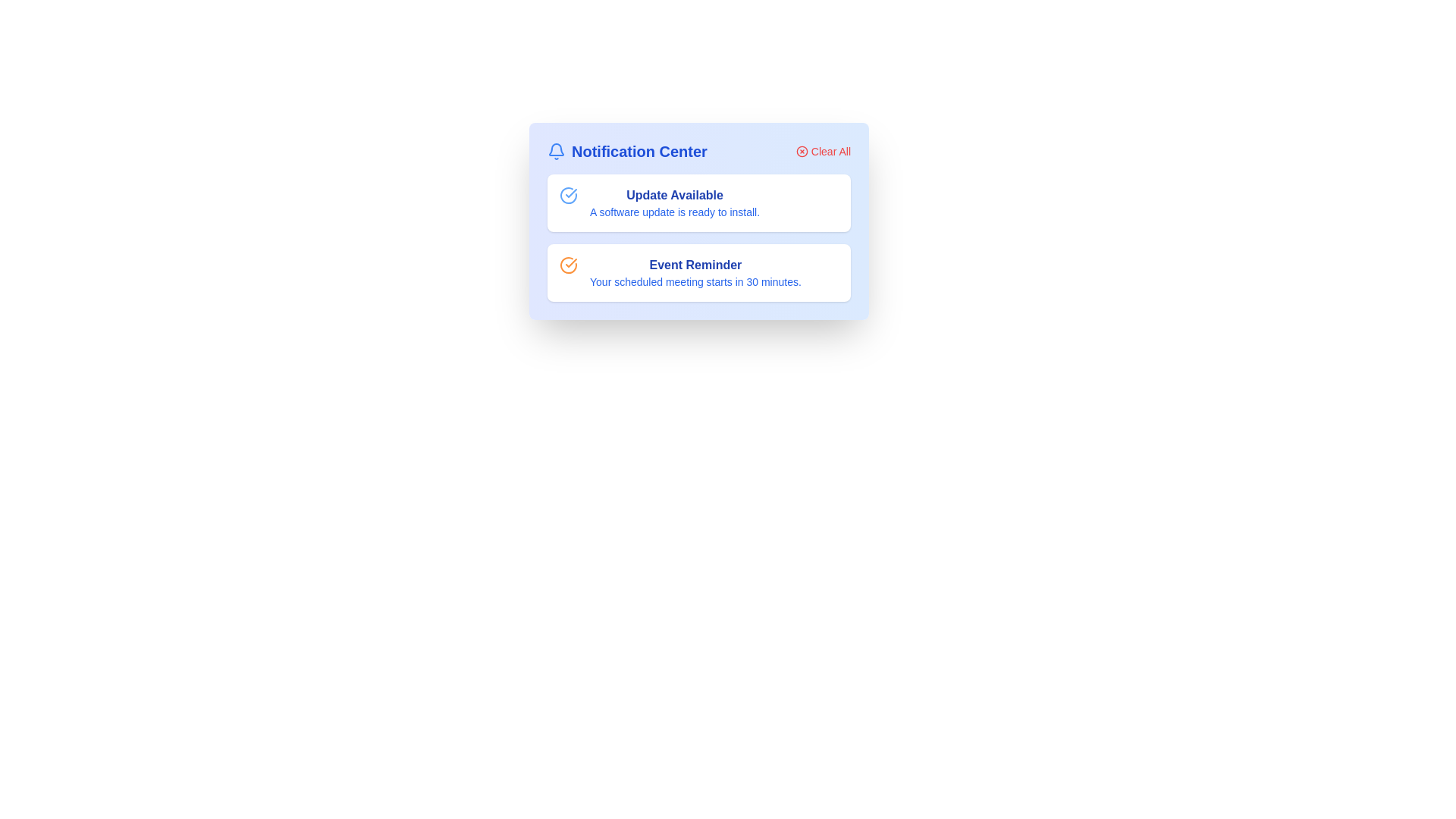 Image resolution: width=1456 pixels, height=819 pixels. Describe the element at coordinates (822, 152) in the screenshot. I see `the 'Clear All' text button with an icon, which is styled with red text and an underline effect on hover` at that location.